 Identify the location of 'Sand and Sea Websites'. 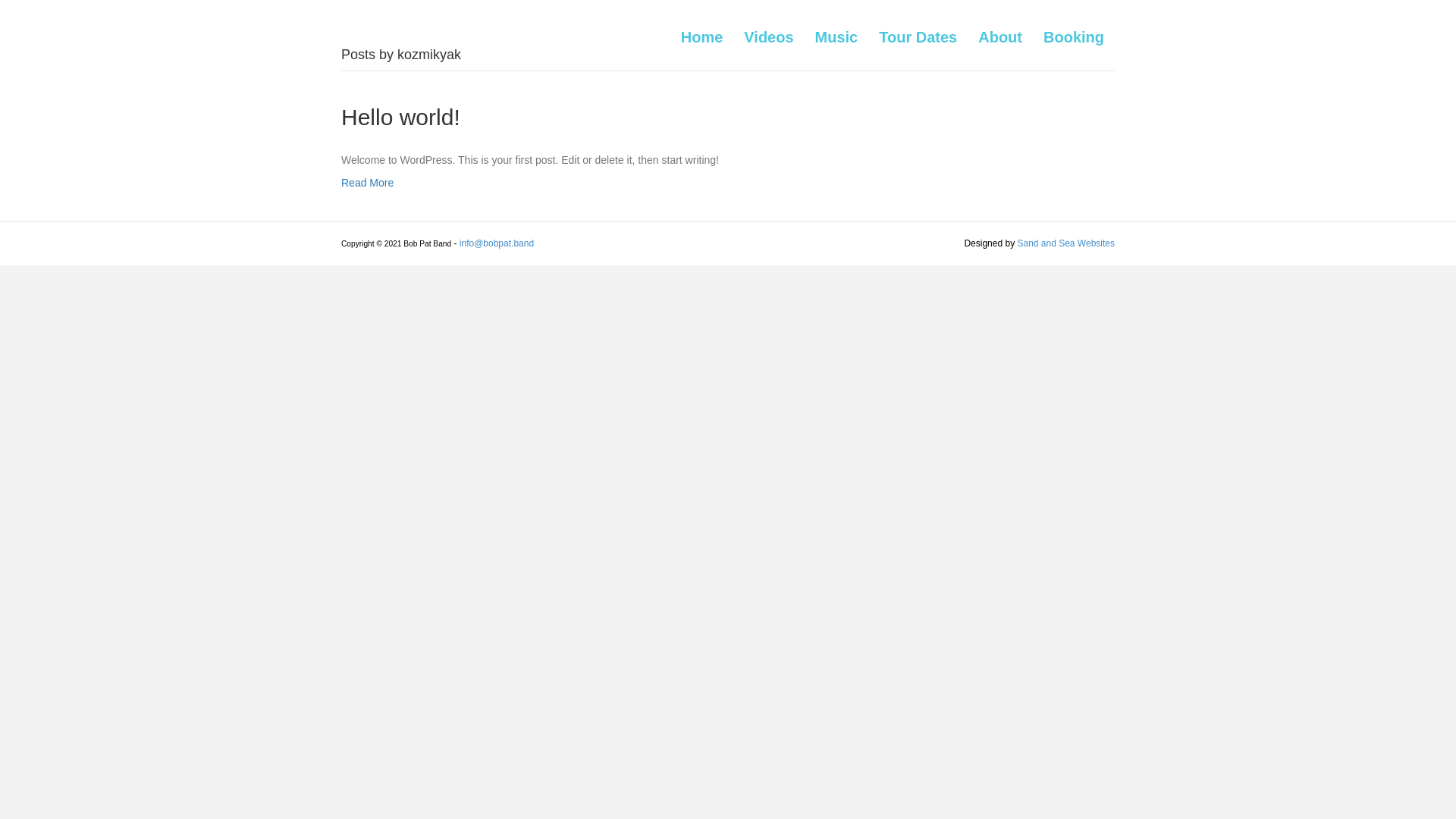
(1016, 242).